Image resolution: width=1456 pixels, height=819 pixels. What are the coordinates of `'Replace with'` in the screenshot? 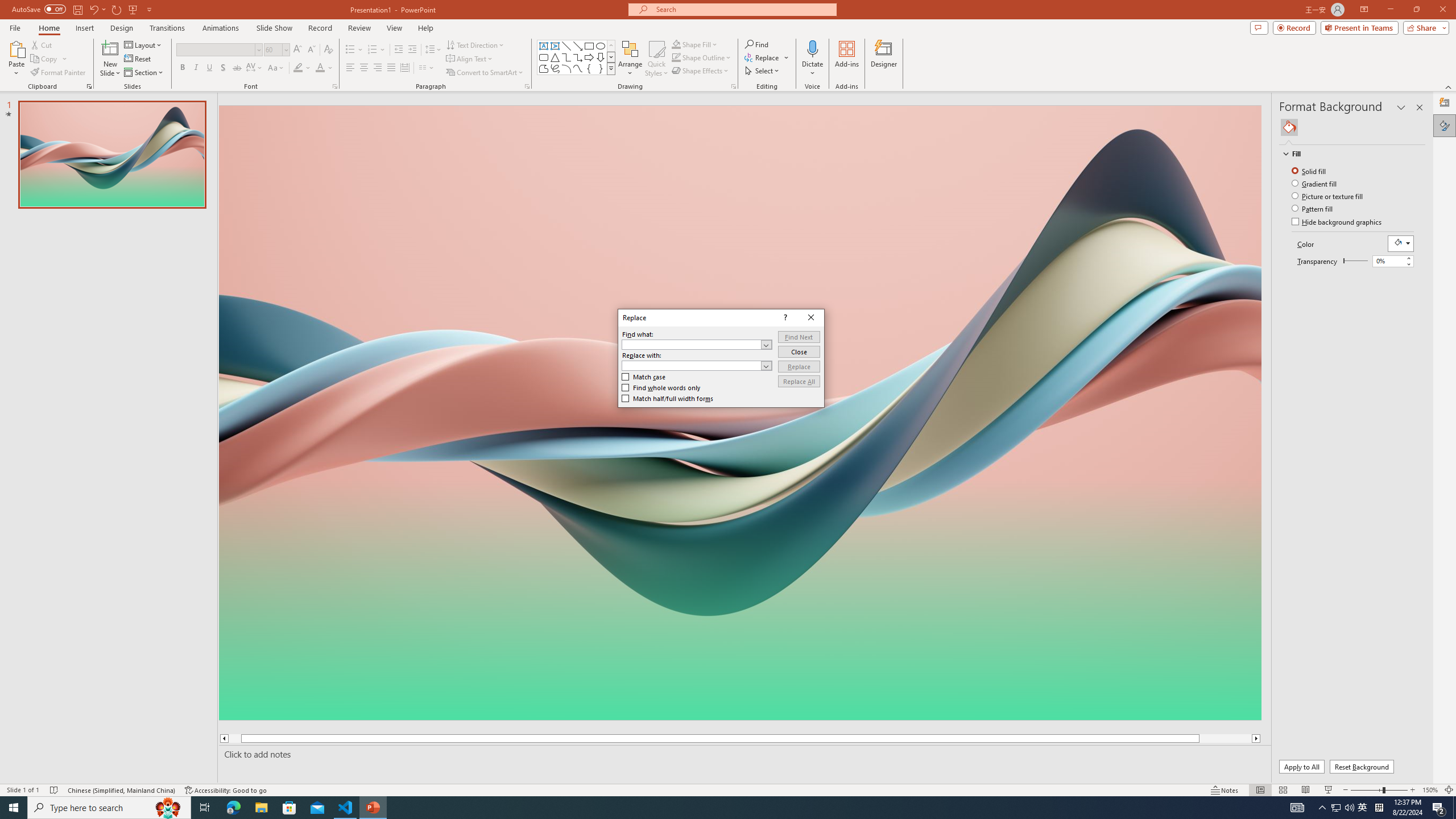 It's located at (696, 365).